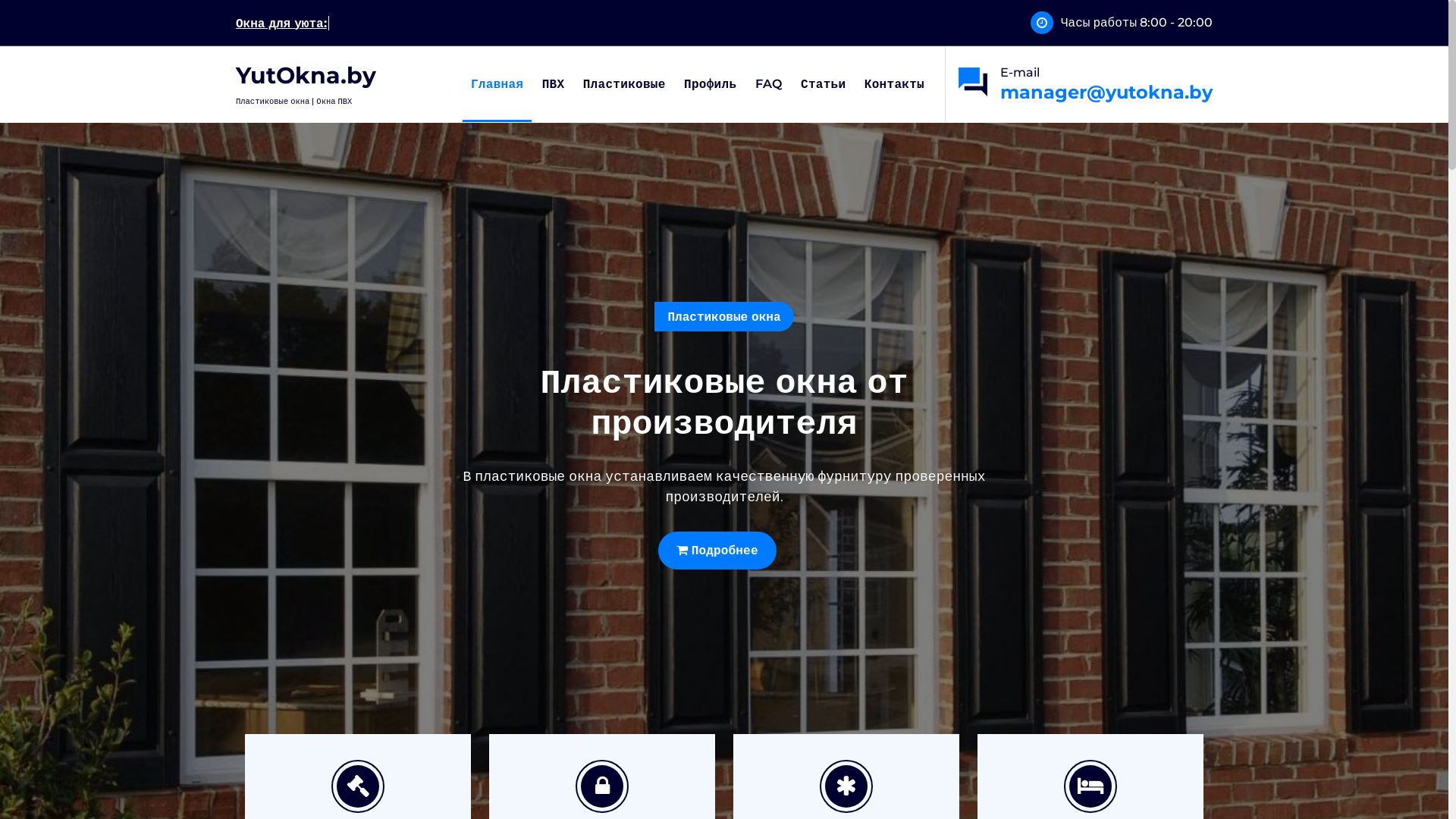 Image resolution: width=1456 pixels, height=819 pixels. What do you see at coordinates (768, 84) in the screenshot?
I see `'FAQ'` at bounding box center [768, 84].